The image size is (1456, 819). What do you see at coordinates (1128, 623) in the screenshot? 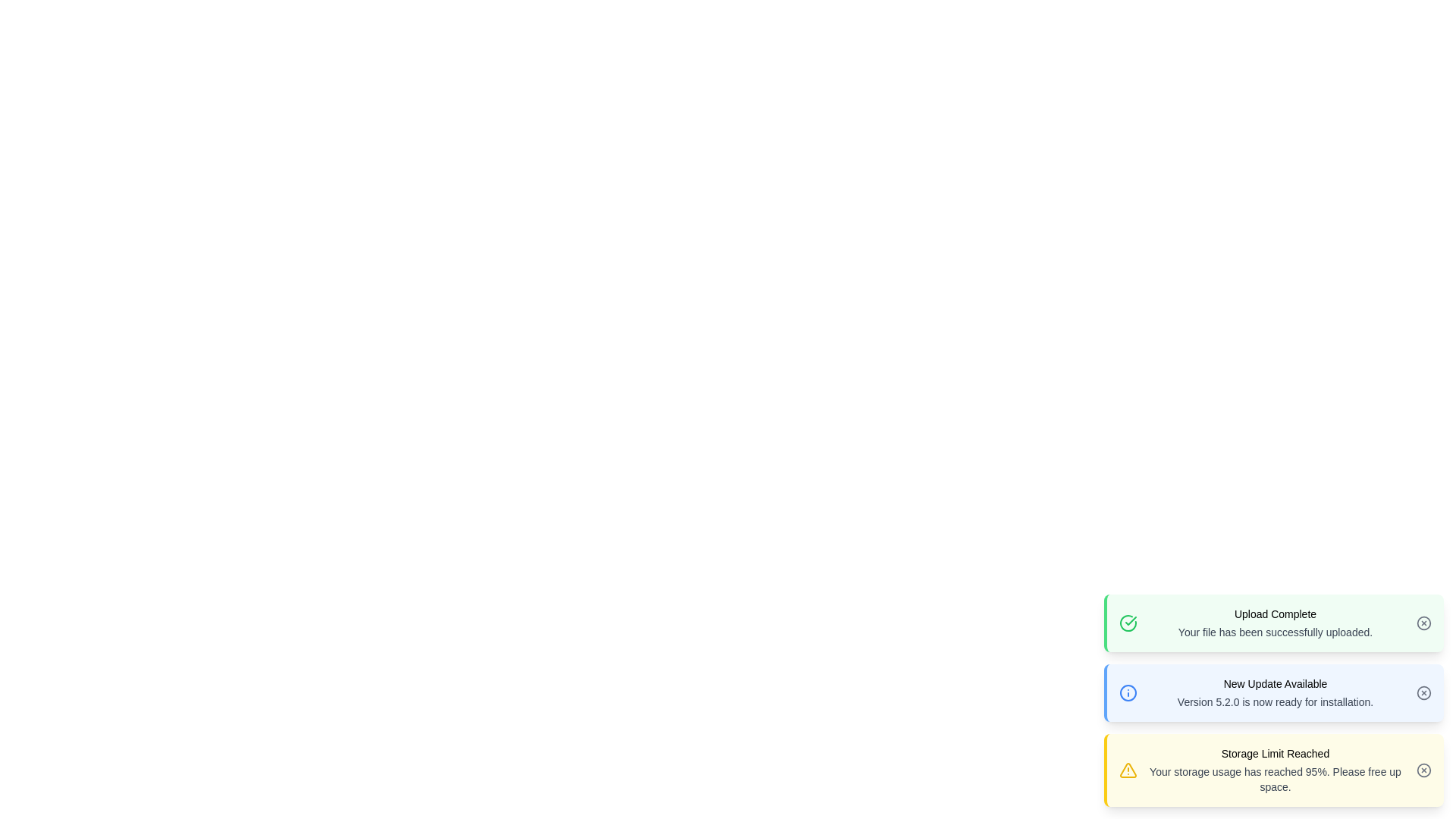
I see `the circular graphic icon with a checkmark located in the topmost notification section, to the left of the 'Upload Complete' message` at bounding box center [1128, 623].